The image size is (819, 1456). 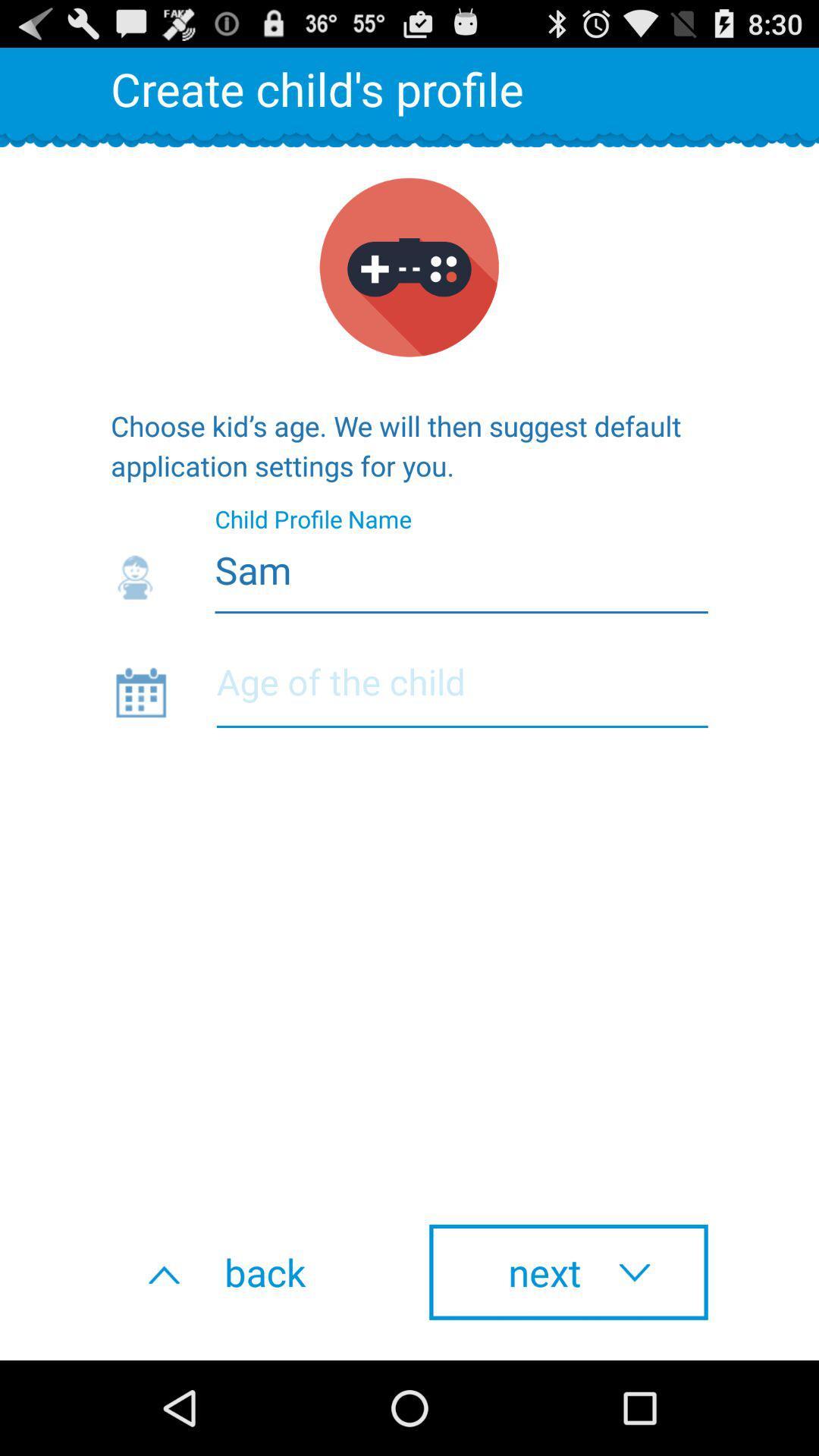 I want to click on the icon below choose kid s icon, so click(x=409, y=565).